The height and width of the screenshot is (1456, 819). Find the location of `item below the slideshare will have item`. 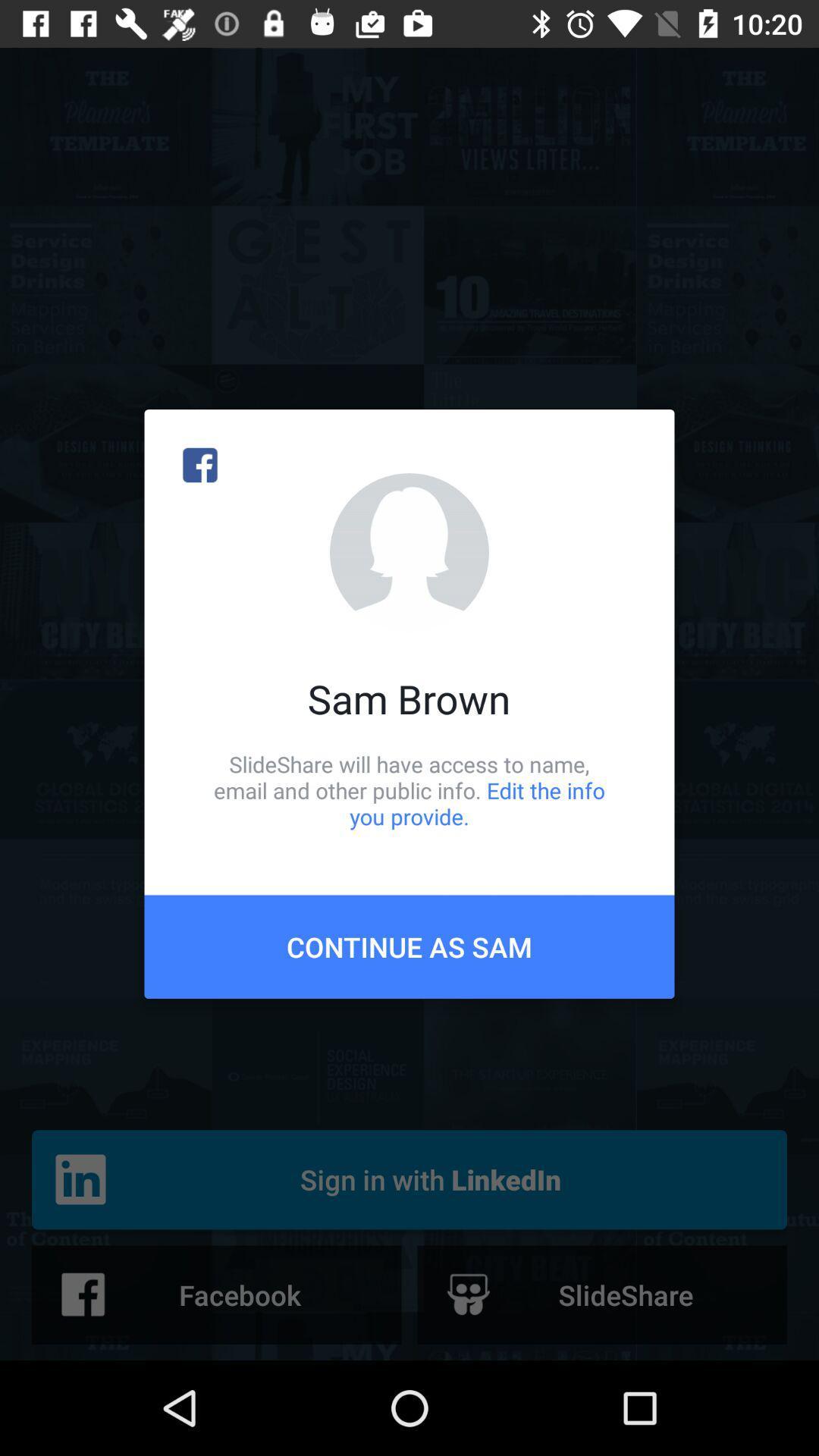

item below the slideshare will have item is located at coordinates (409, 946).